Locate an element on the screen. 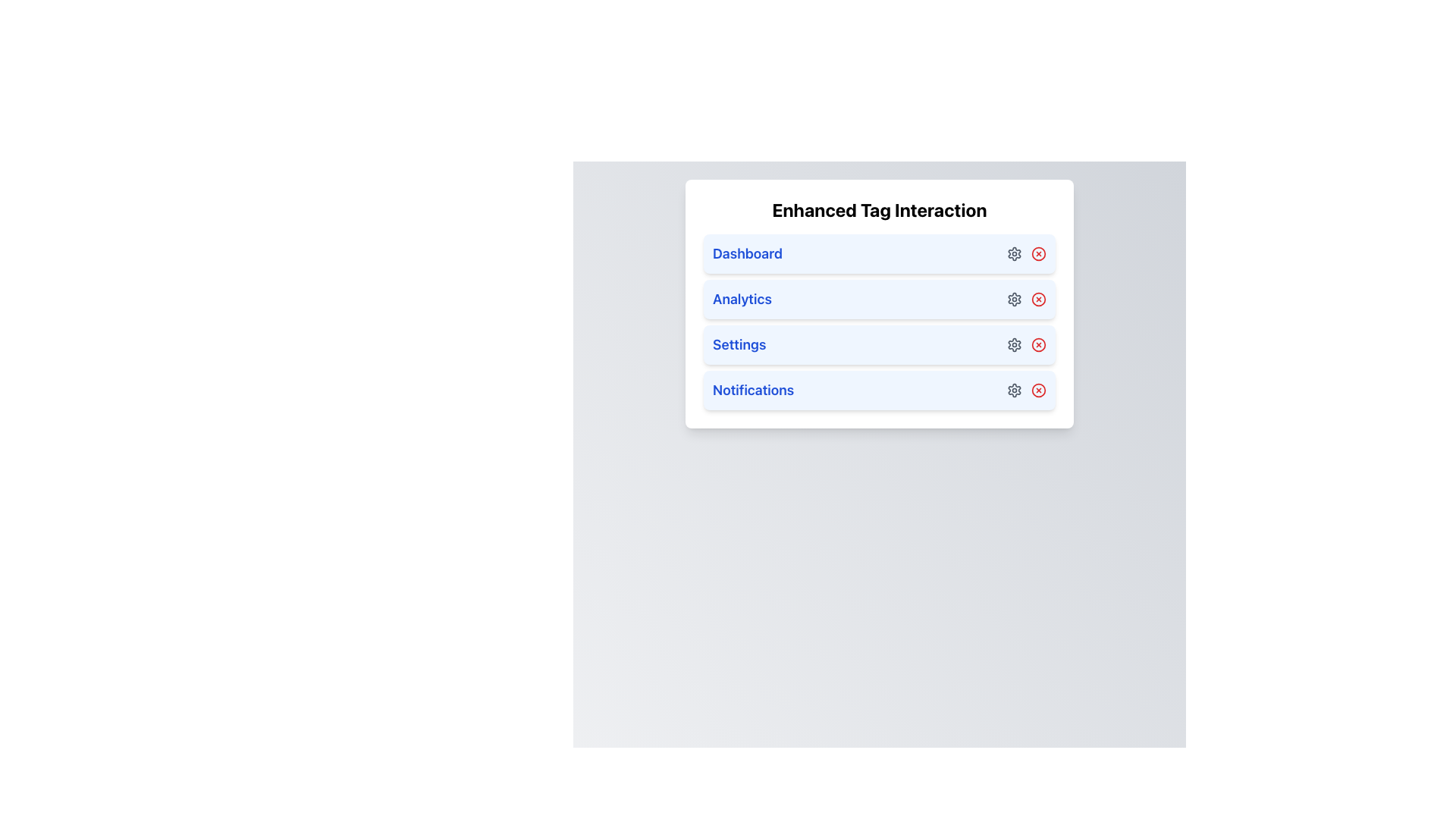 This screenshot has height=819, width=1456. the cogwheel icon styled as a settings symbol, located to the right of the 'Settings' text is located at coordinates (1015, 345).